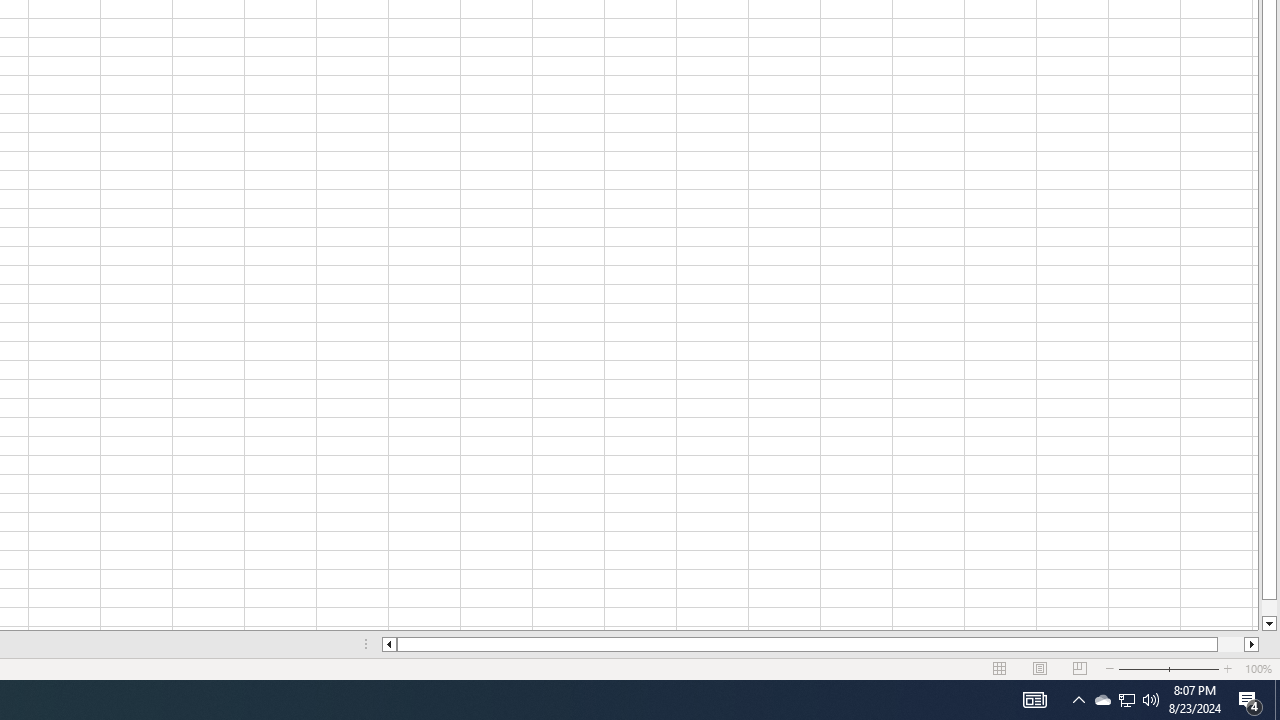 Image resolution: width=1280 pixels, height=720 pixels. What do you see at coordinates (820, 644) in the screenshot?
I see `'Class: NetUIScrollBar'` at bounding box center [820, 644].